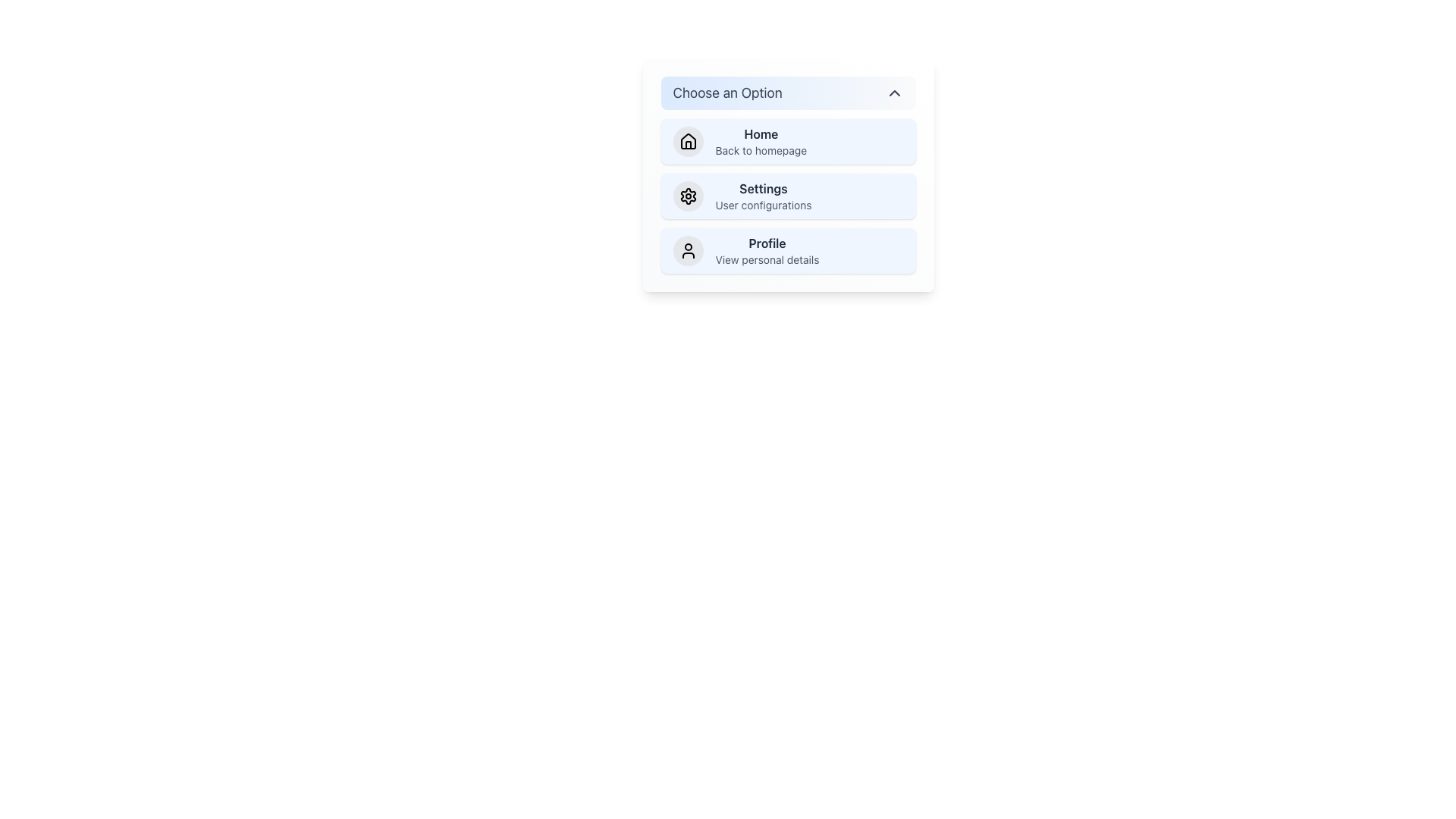 The height and width of the screenshot is (819, 1456). What do you see at coordinates (764, 188) in the screenshot?
I see `the Static Text label displaying 'Settings', which is located in the center of the button above the subtitle 'User configurations'` at bounding box center [764, 188].